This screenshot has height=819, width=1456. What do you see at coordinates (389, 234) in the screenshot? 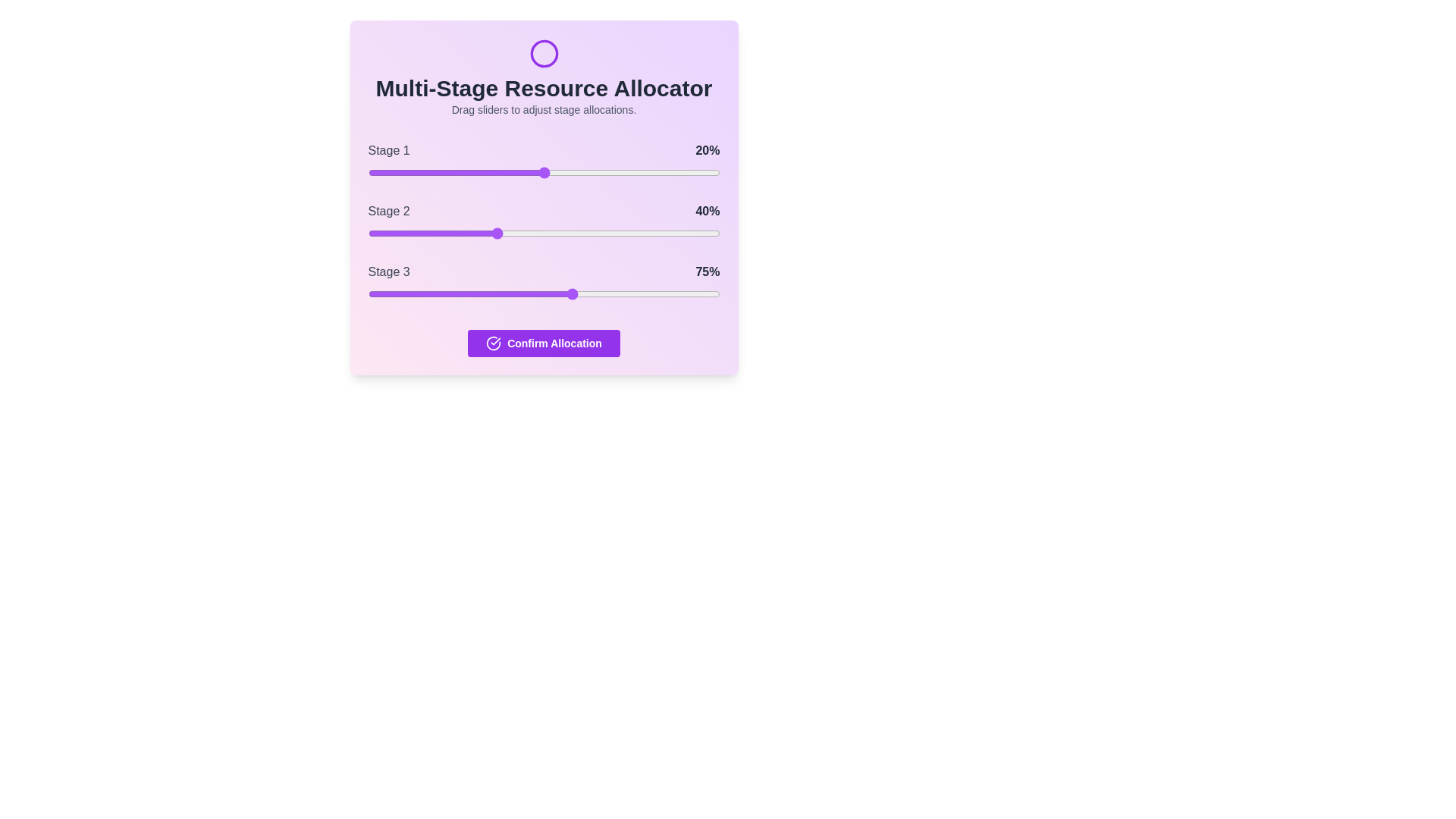
I see `the slider for Stage 2 to 6%` at bounding box center [389, 234].